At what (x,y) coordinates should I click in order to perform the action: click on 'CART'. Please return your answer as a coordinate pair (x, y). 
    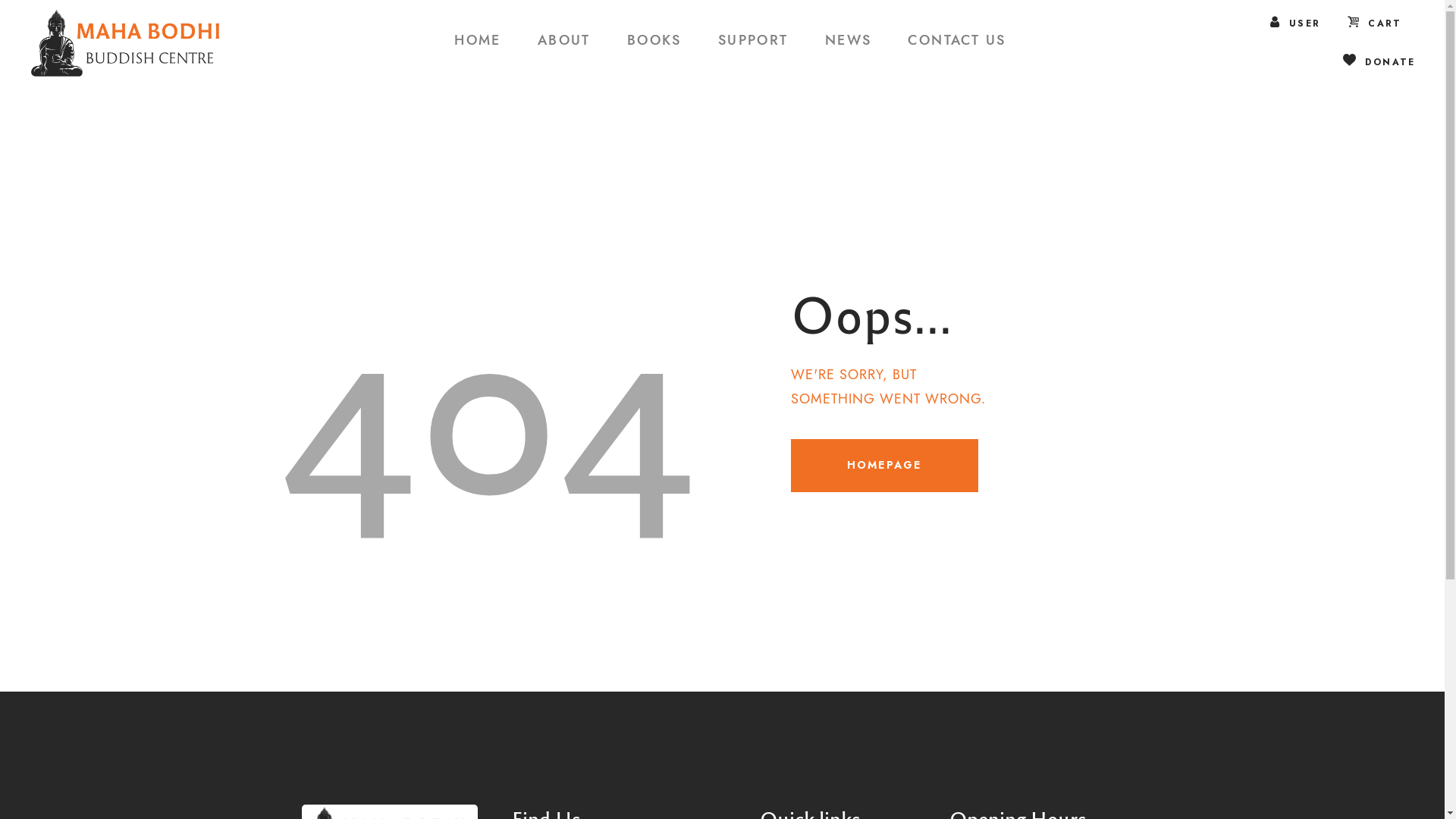
    Looking at the image, I should click on (1375, 23).